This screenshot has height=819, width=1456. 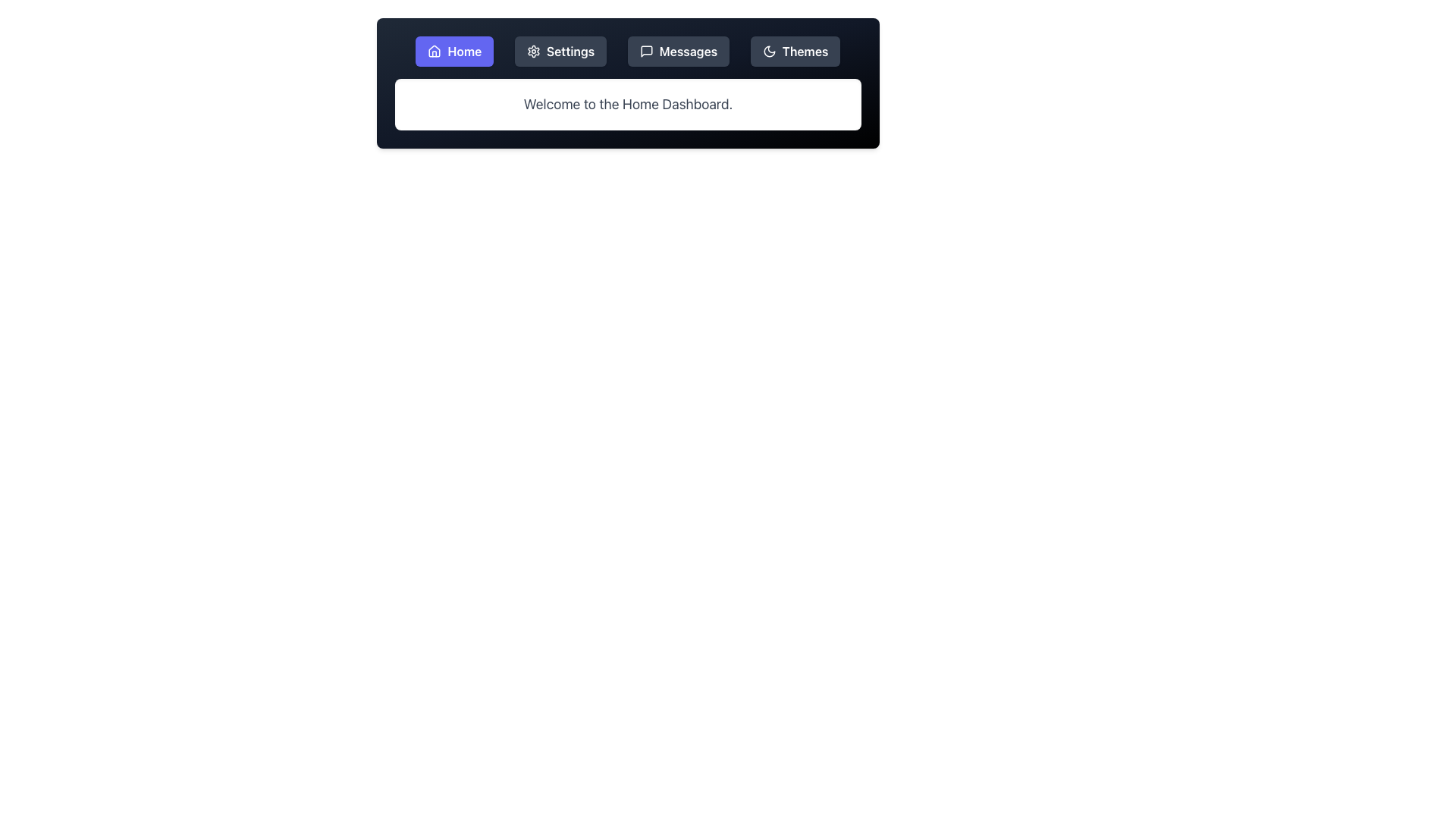 I want to click on the night mode toggle icon located in the top menu, adjacent to the 'Home' button and before the 'Messages' option, so click(x=769, y=51).